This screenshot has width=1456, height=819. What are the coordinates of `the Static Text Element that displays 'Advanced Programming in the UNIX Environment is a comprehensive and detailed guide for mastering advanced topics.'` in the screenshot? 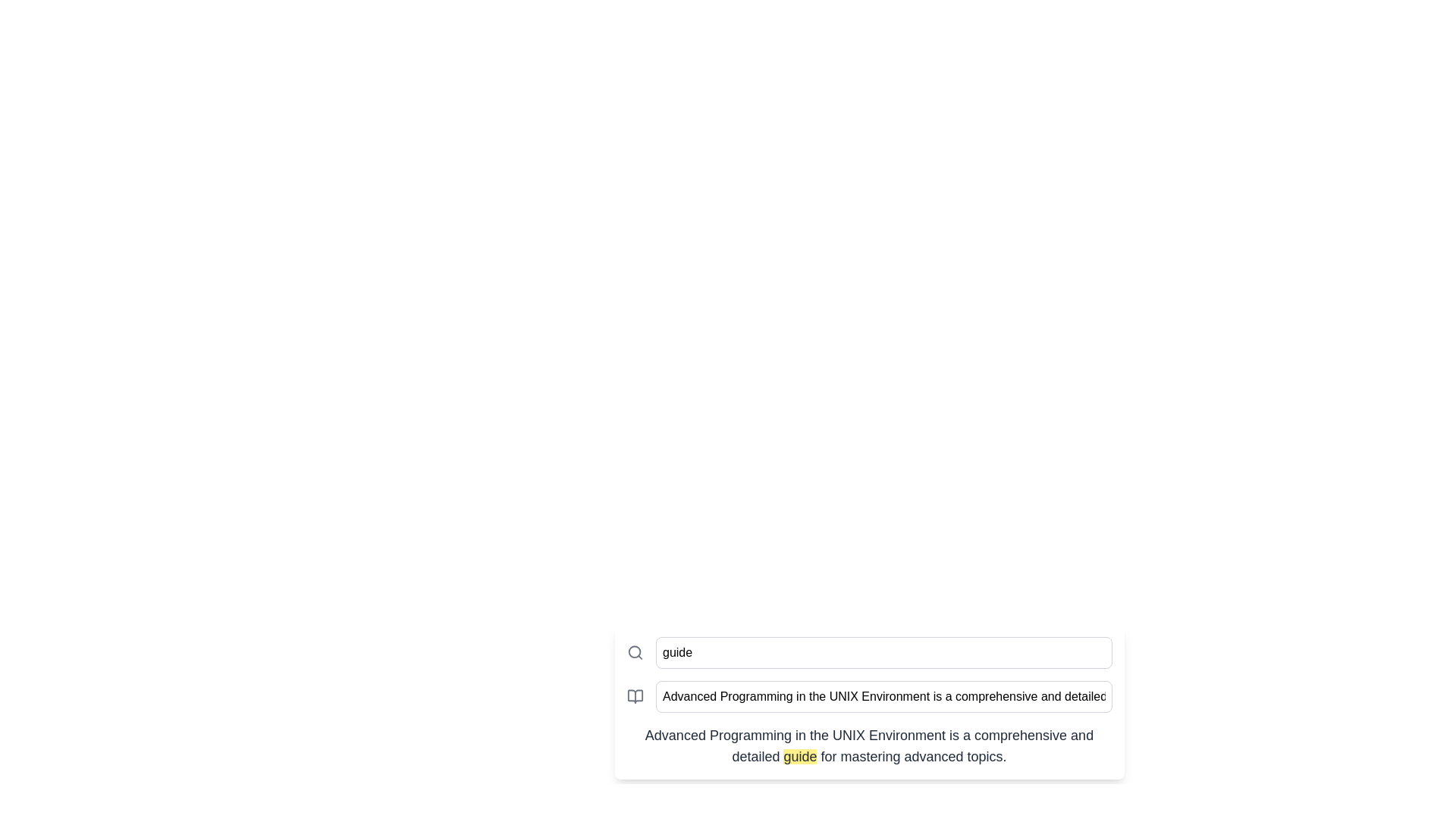 It's located at (869, 701).